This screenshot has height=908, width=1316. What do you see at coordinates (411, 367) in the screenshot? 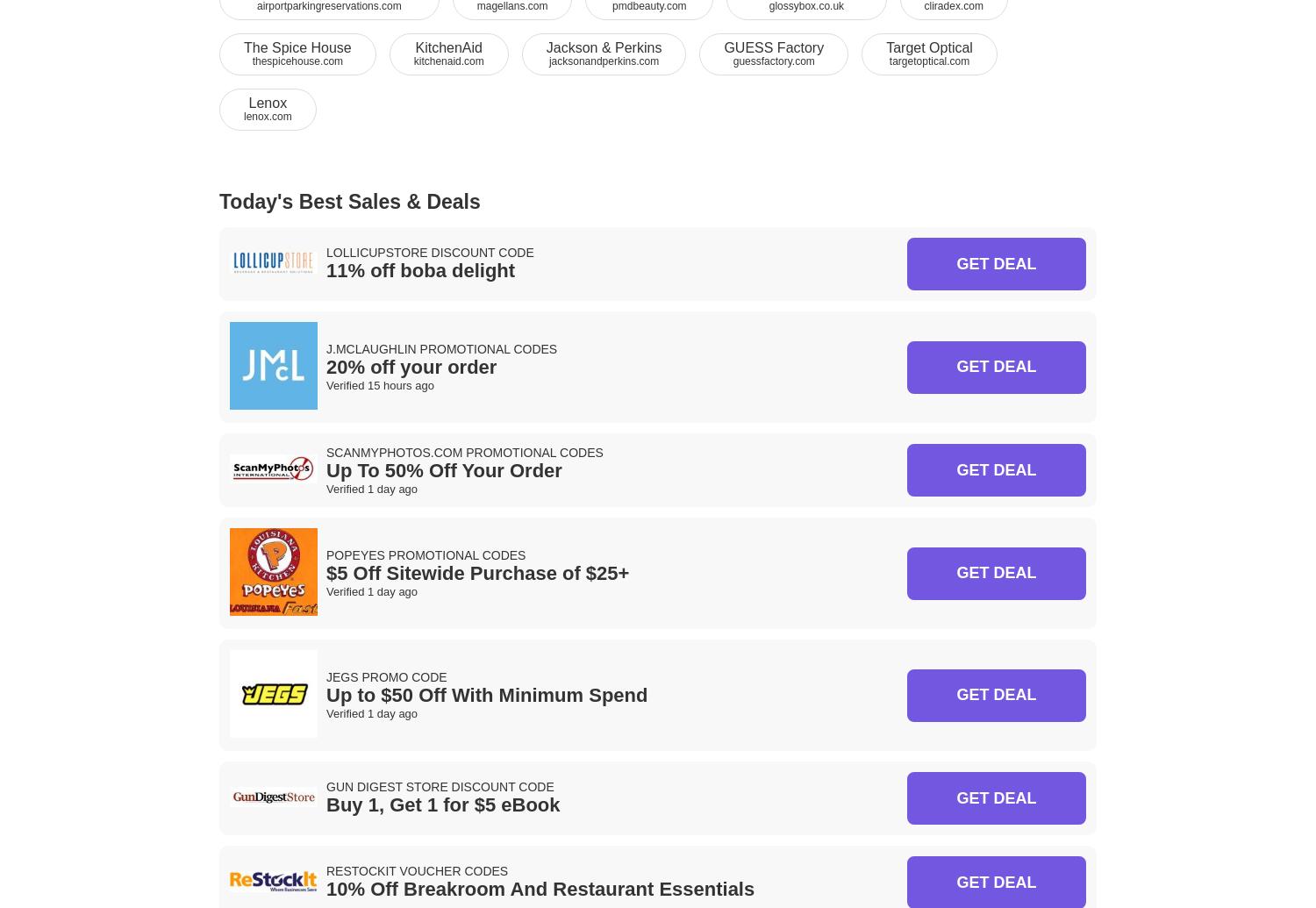
I see `'20% off your order'` at bounding box center [411, 367].